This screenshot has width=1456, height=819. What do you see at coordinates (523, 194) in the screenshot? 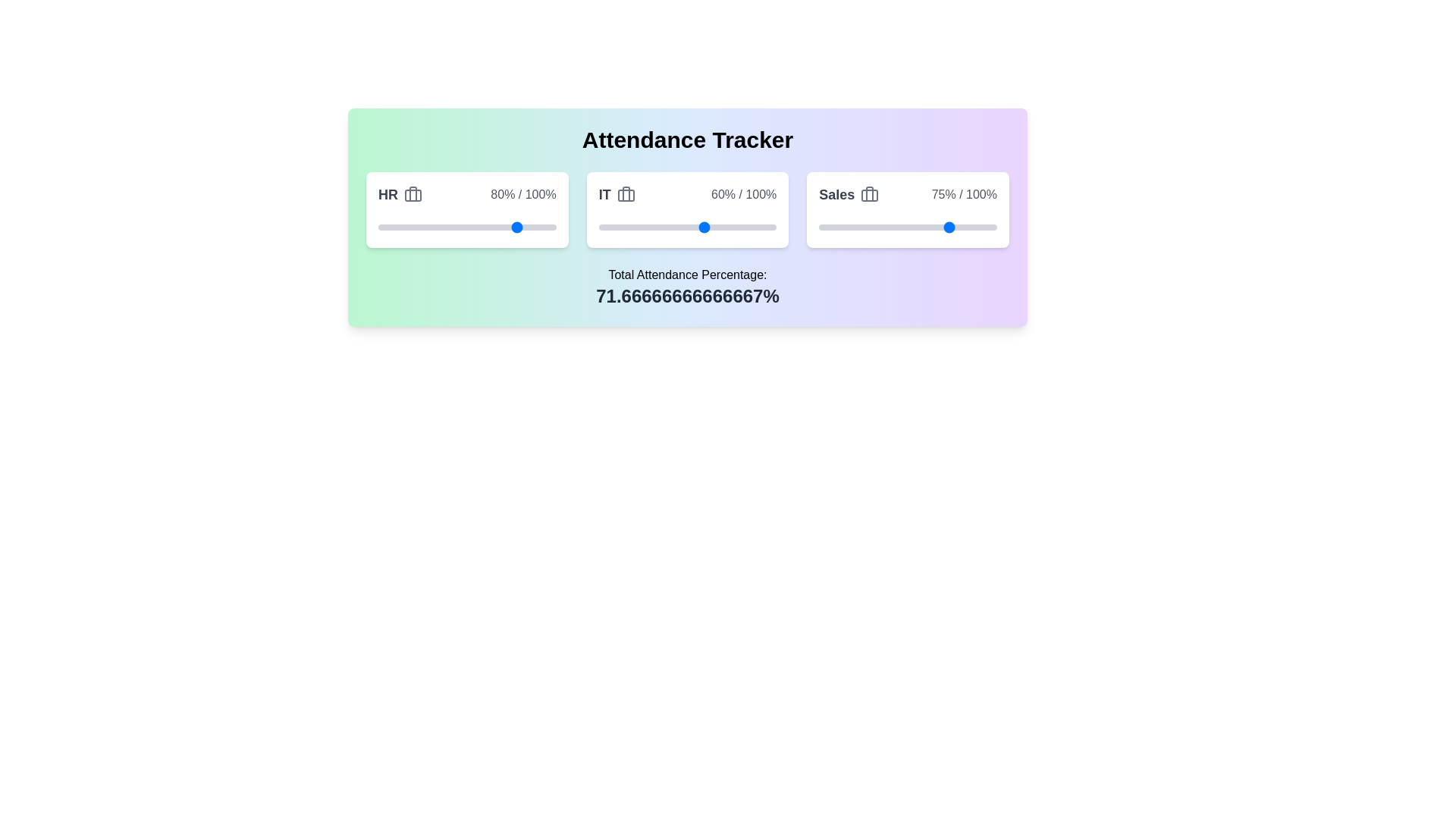
I see `the text label displaying '80% / 100%' within the 'HR' card component, which is located on the right-hand side after the briefcase icon` at bounding box center [523, 194].